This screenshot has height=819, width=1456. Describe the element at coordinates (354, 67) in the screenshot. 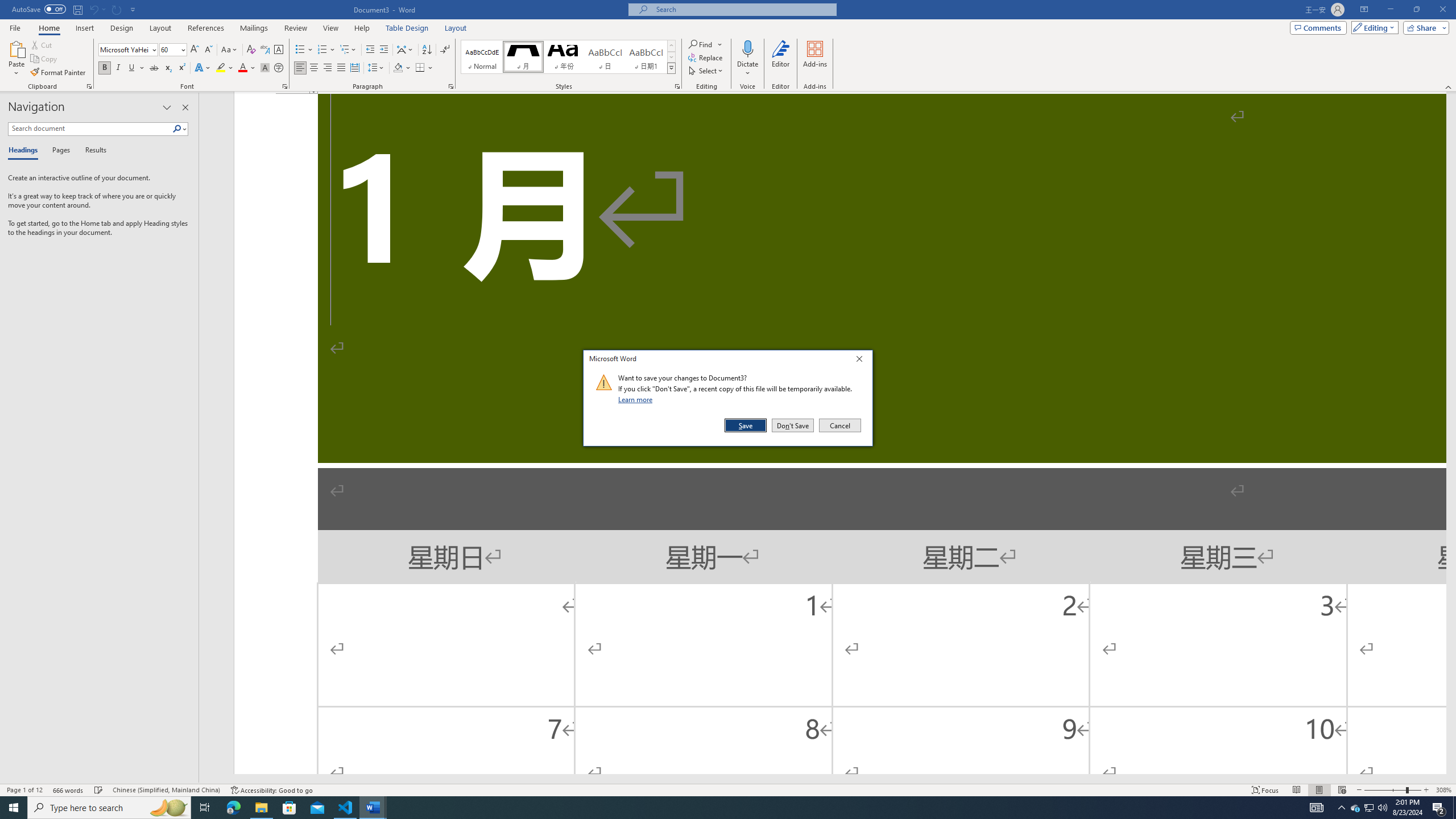

I see `'Distributed'` at that location.